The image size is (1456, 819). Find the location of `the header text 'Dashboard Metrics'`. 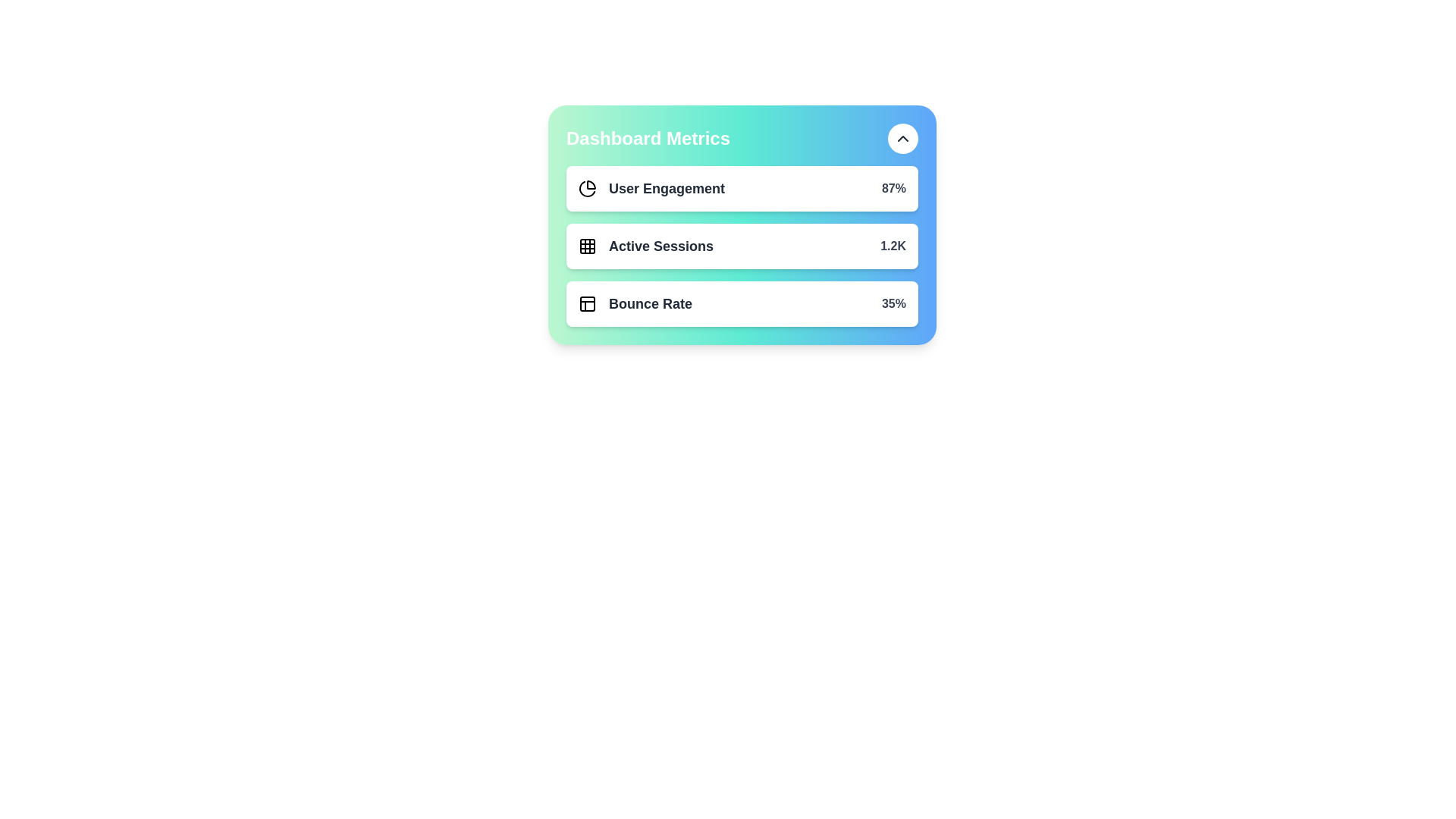

the header text 'Dashboard Metrics' is located at coordinates (648, 138).